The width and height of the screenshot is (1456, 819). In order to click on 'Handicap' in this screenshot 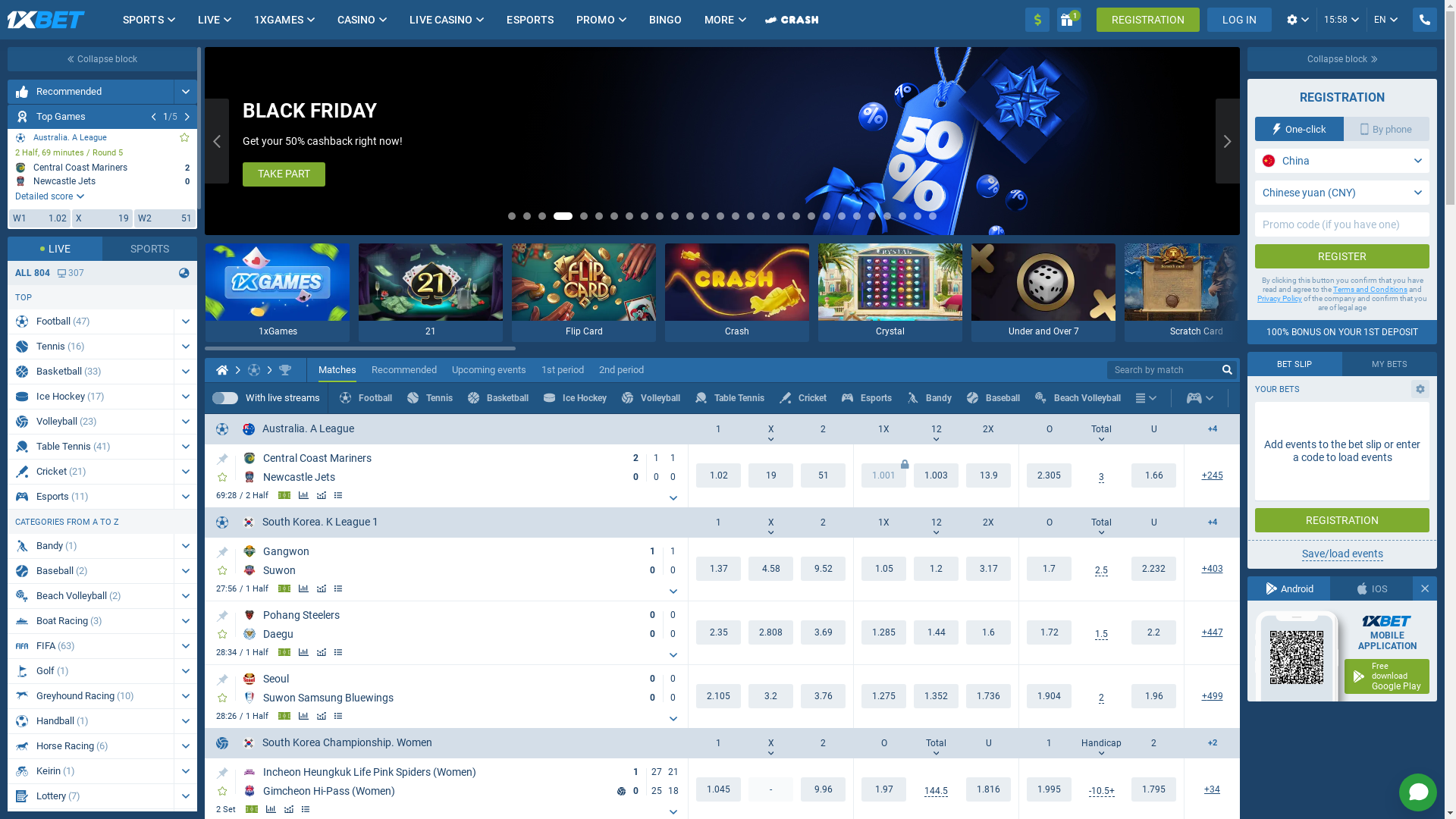, I will do `click(1078, 742)`.